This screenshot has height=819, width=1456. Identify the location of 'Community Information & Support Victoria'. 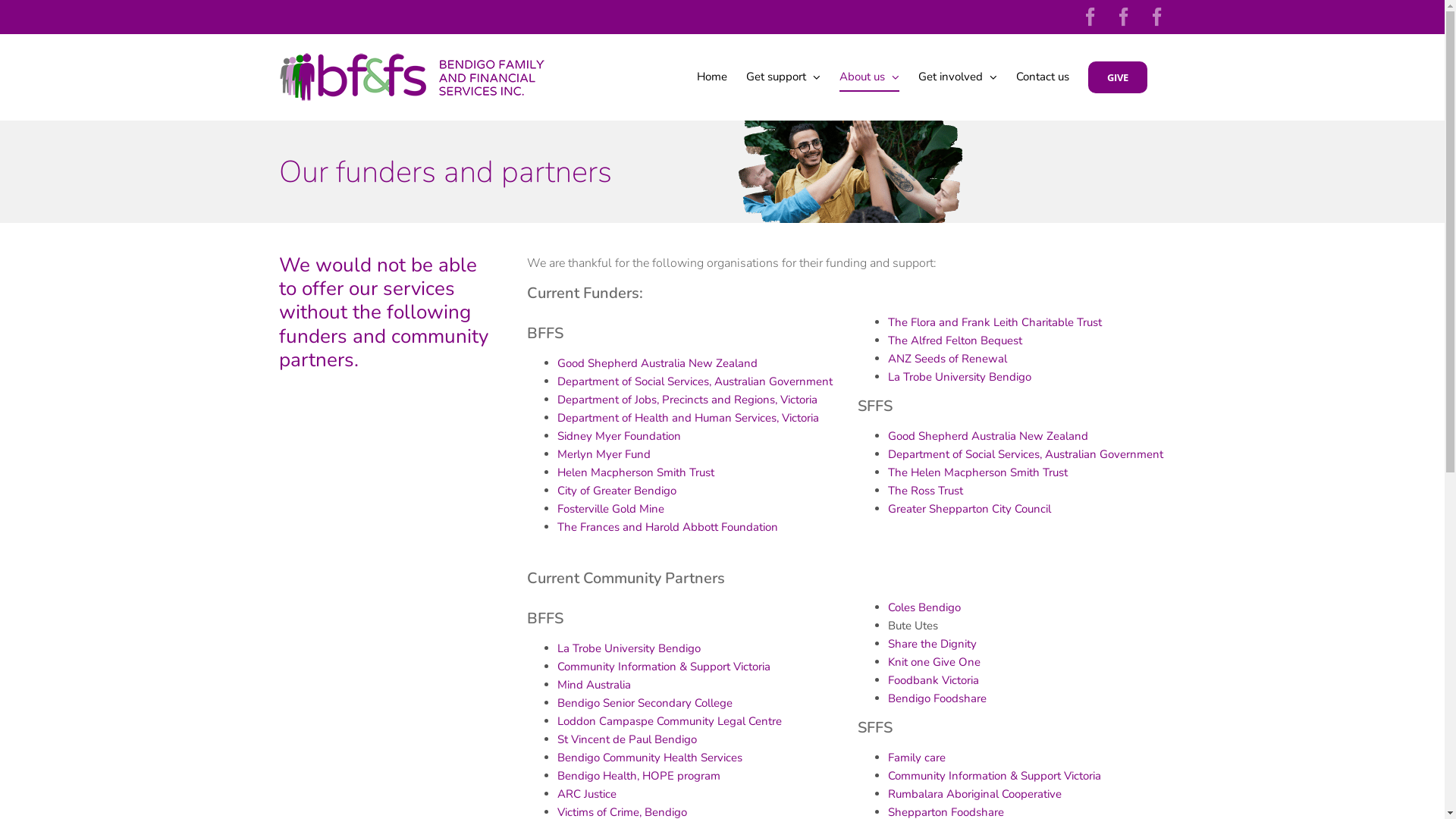
(888, 775).